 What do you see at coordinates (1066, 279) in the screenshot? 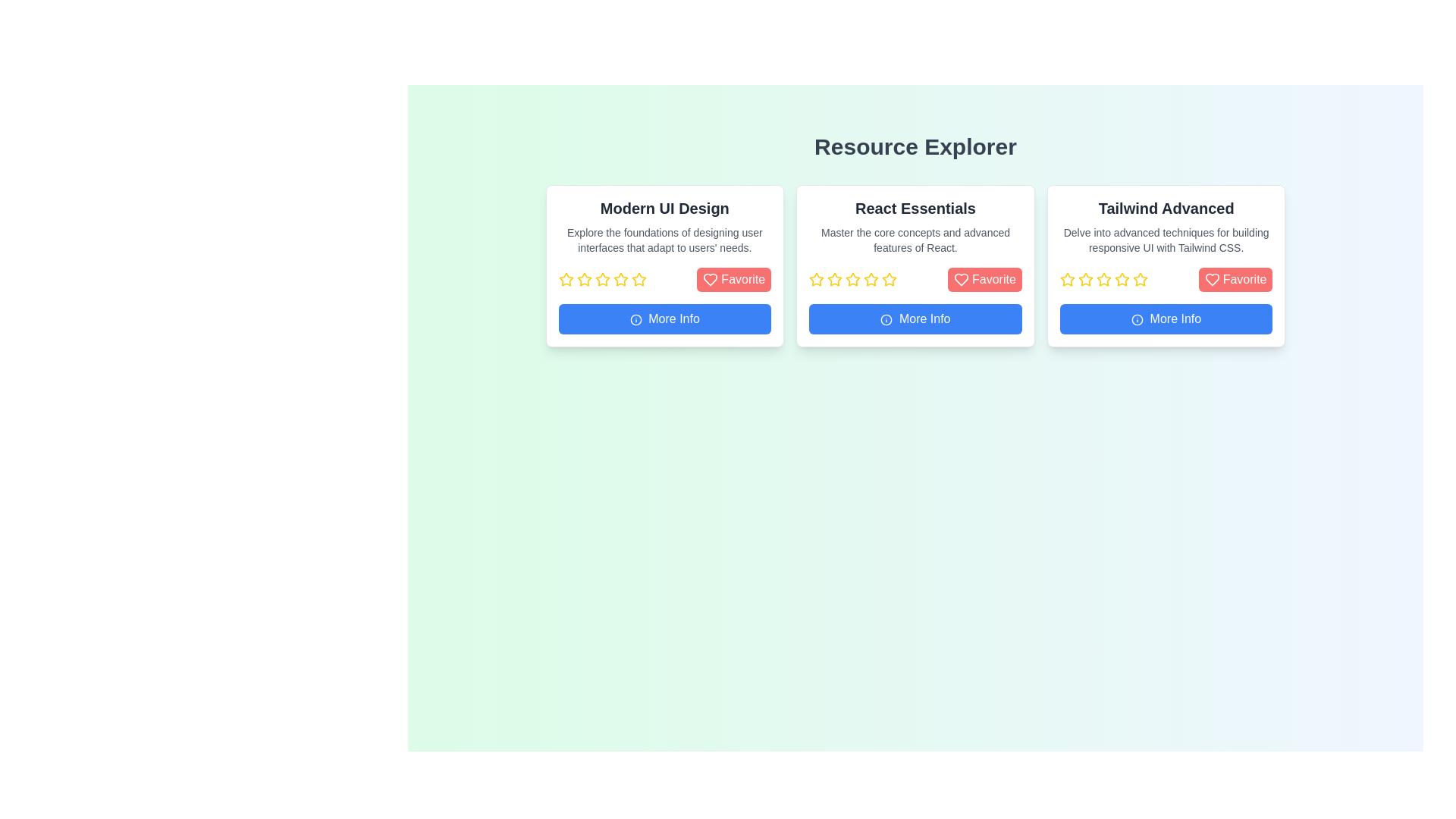
I see `the first rating star in the 'Tailwind Advanced' card to set a one-star rating` at bounding box center [1066, 279].